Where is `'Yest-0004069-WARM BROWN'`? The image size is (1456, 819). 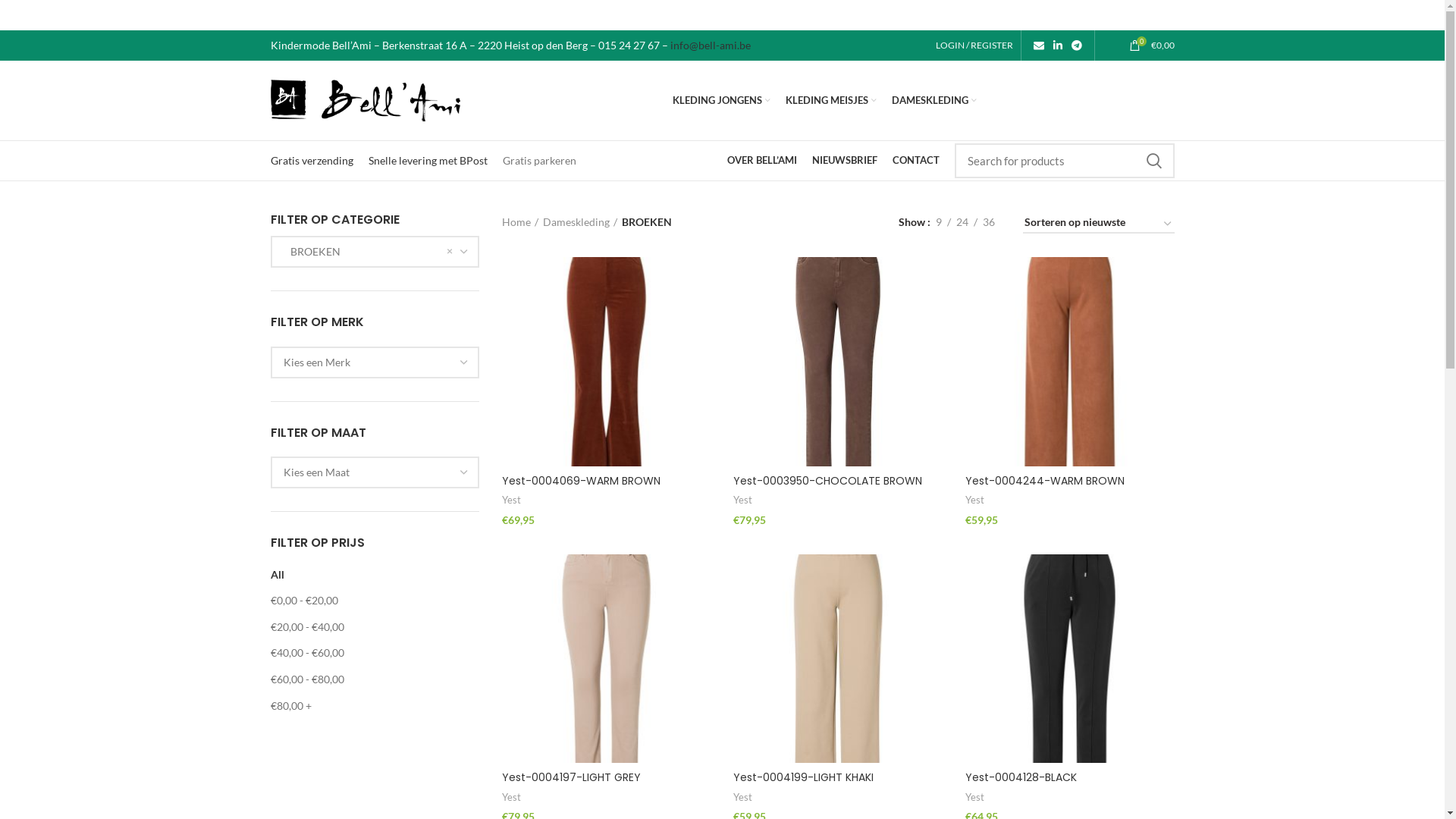
'Yest-0004069-WARM BROWN' is located at coordinates (502, 480).